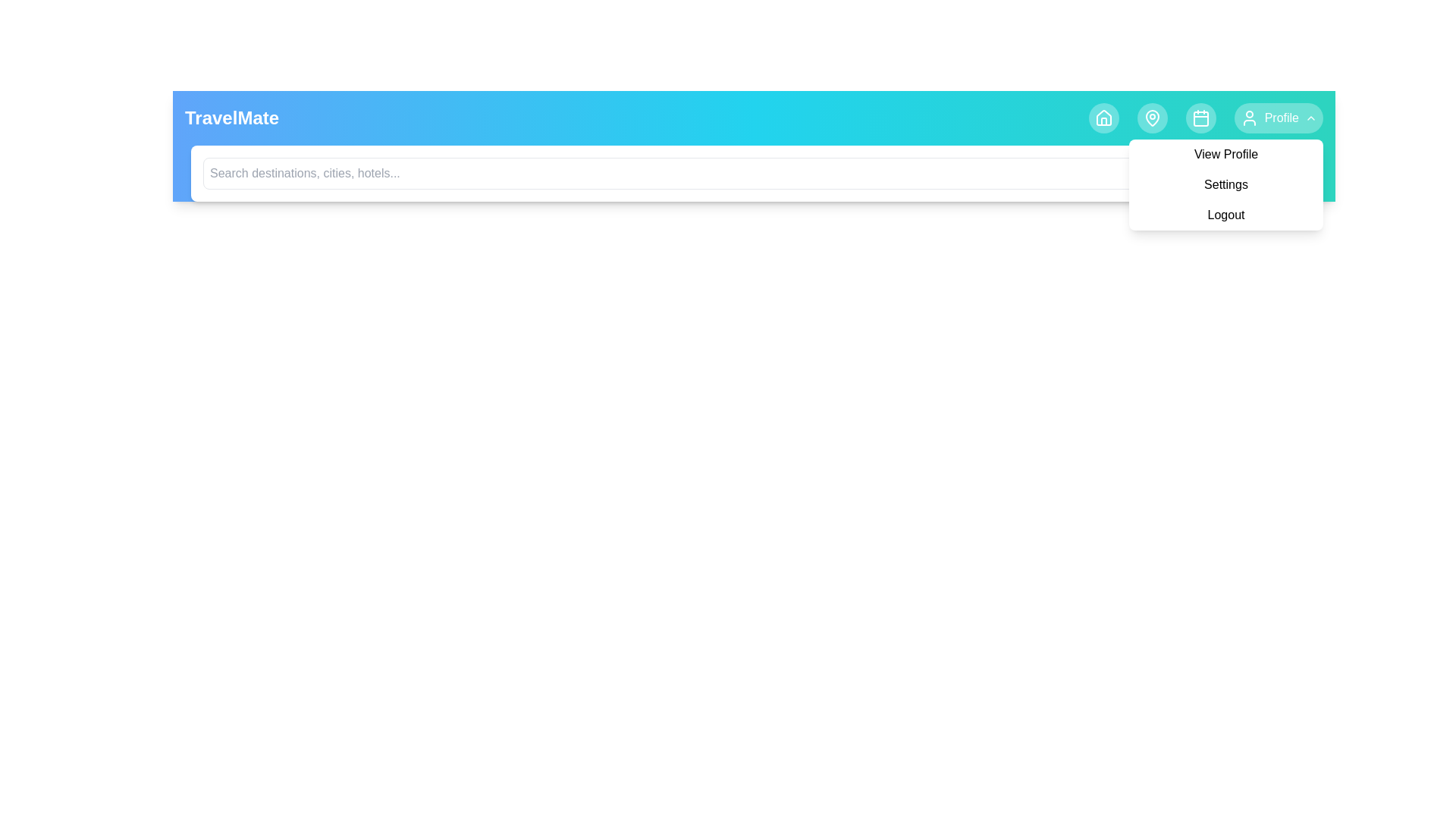  I want to click on the Calendar navigation icon, so click(1200, 117).